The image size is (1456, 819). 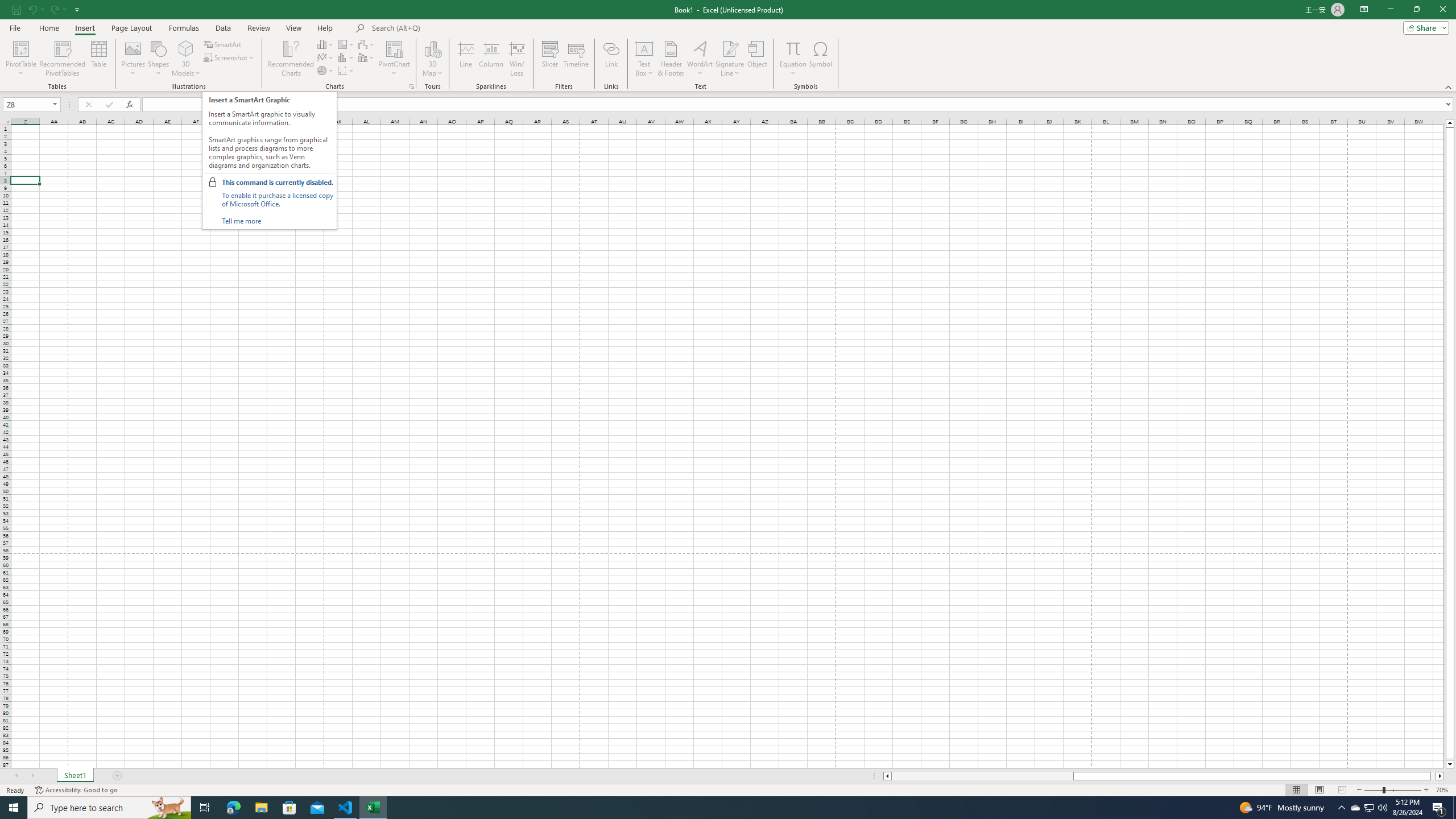 What do you see at coordinates (99, 59) in the screenshot?
I see `'Table'` at bounding box center [99, 59].